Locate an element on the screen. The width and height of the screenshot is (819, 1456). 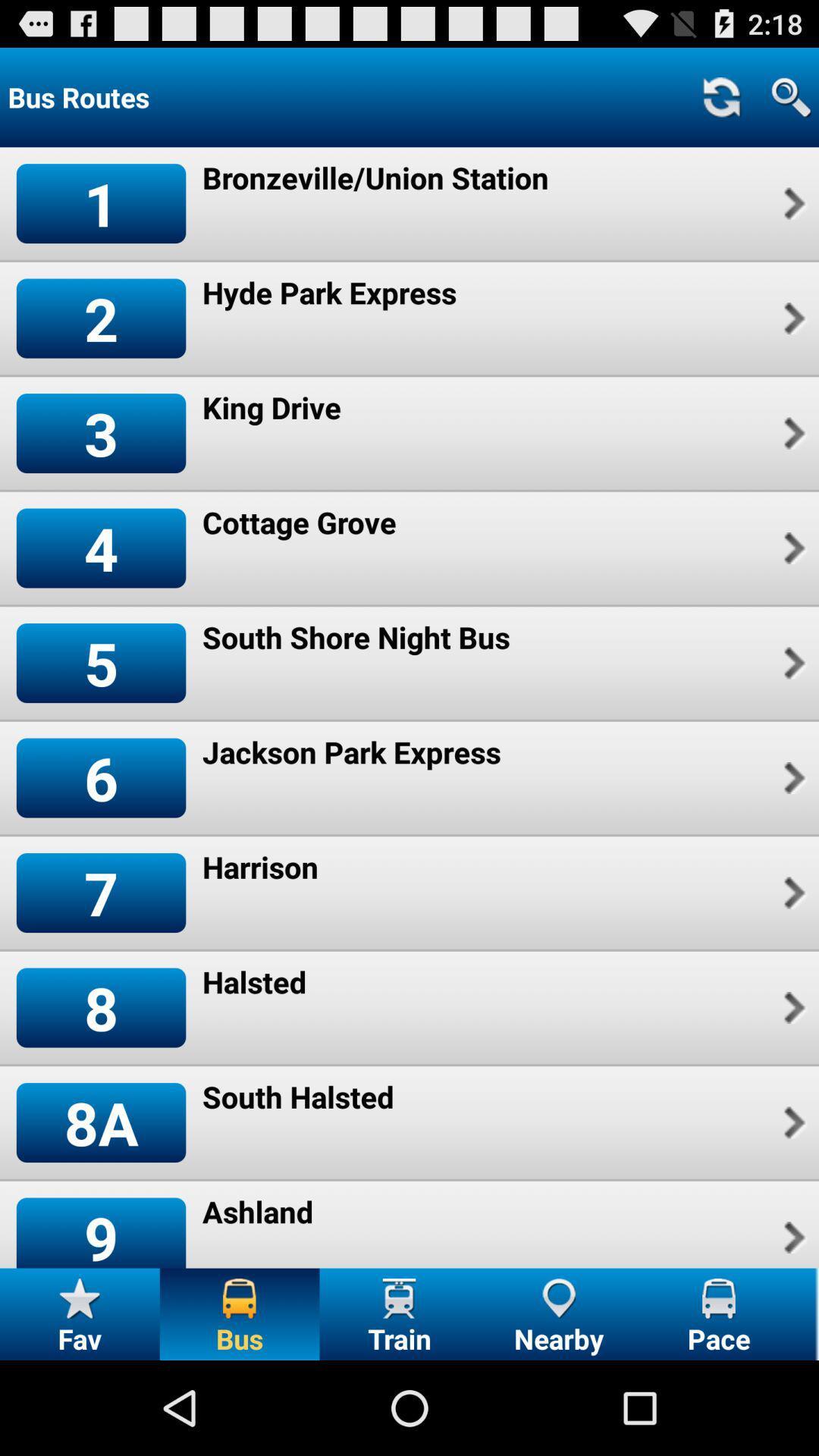
icon to the left of the halsted is located at coordinates (101, 1008).